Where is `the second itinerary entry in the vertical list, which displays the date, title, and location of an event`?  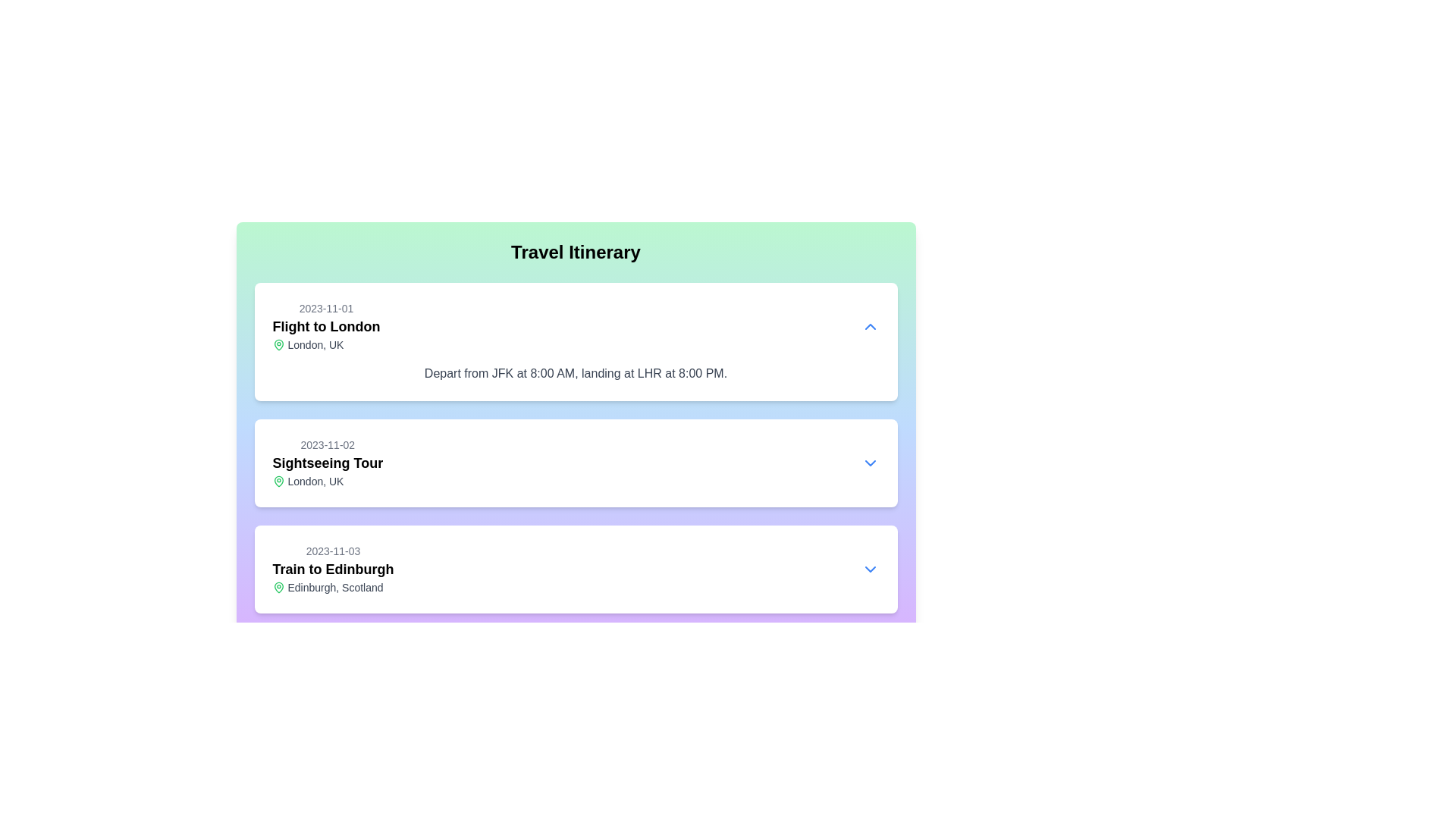 the second itinerary entry in the vertical list, which displays the date, title, and location of an event is located at coordinates (327, 462).